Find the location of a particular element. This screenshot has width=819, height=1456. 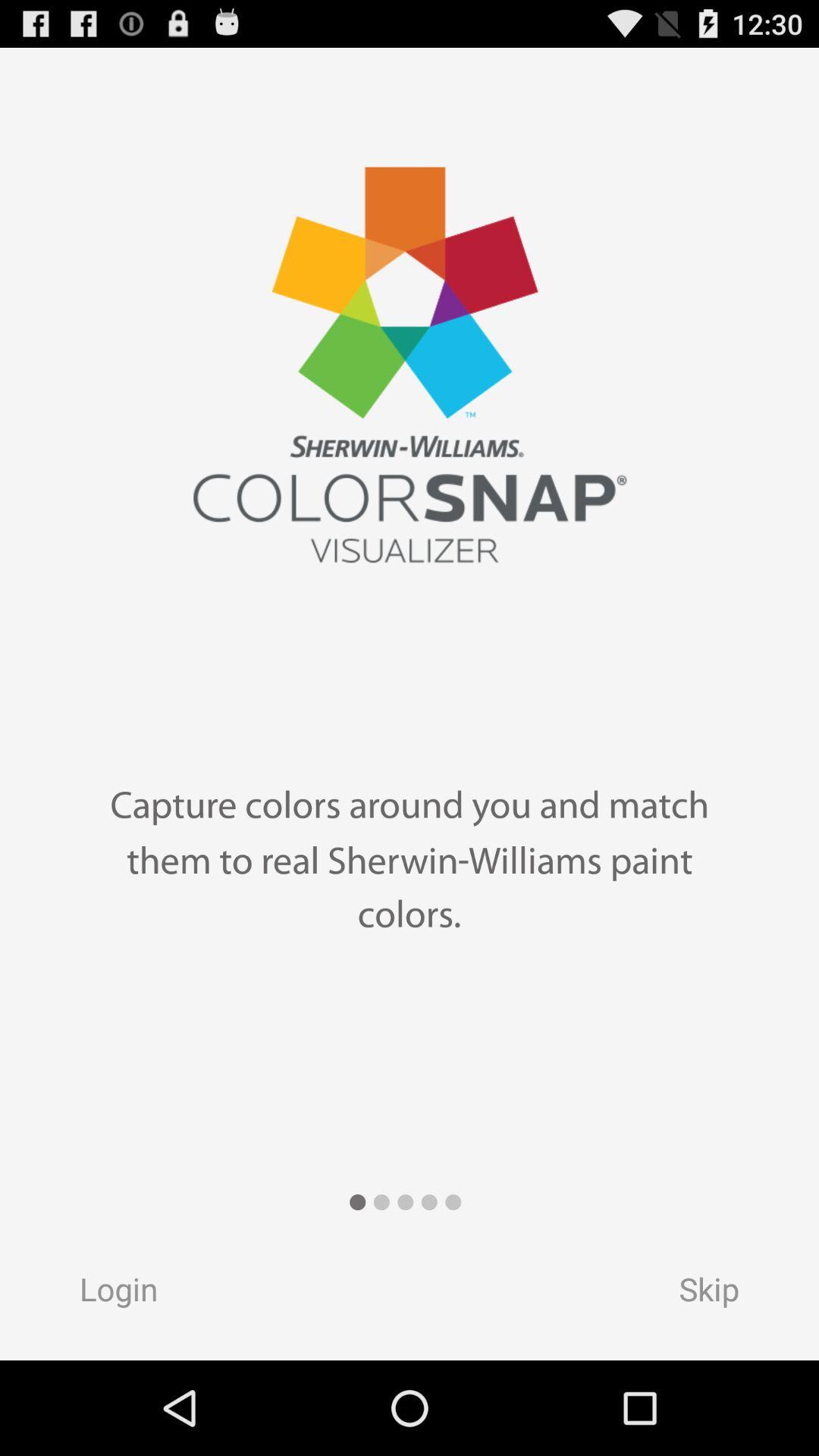

the button to the right of the login item is located at coordinates (723, 1293).